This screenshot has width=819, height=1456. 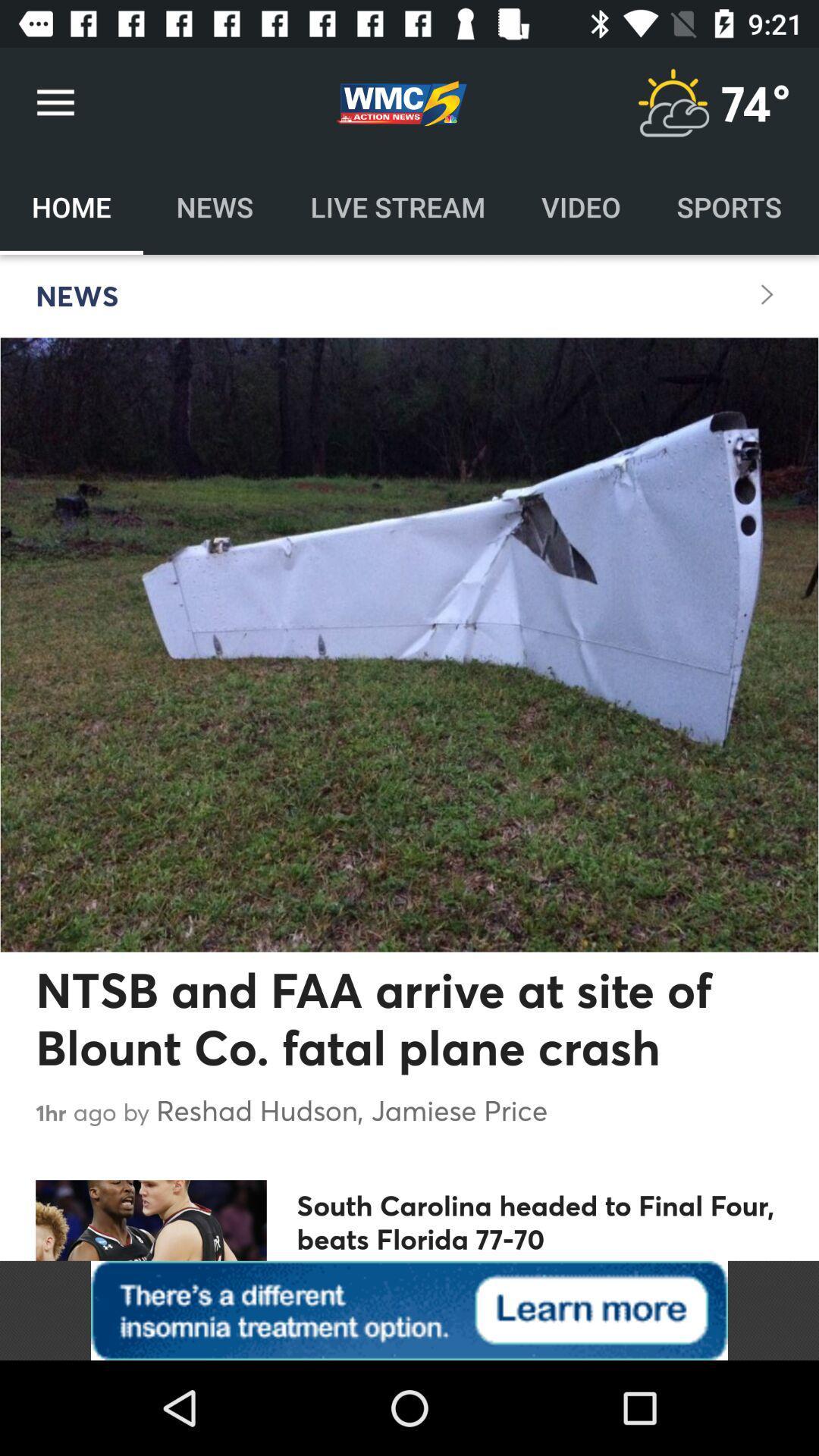 What do you see at coordinates (409, 1310) in the screenshot?
I see `click on advertisement` at bounding box center [409, 1310].